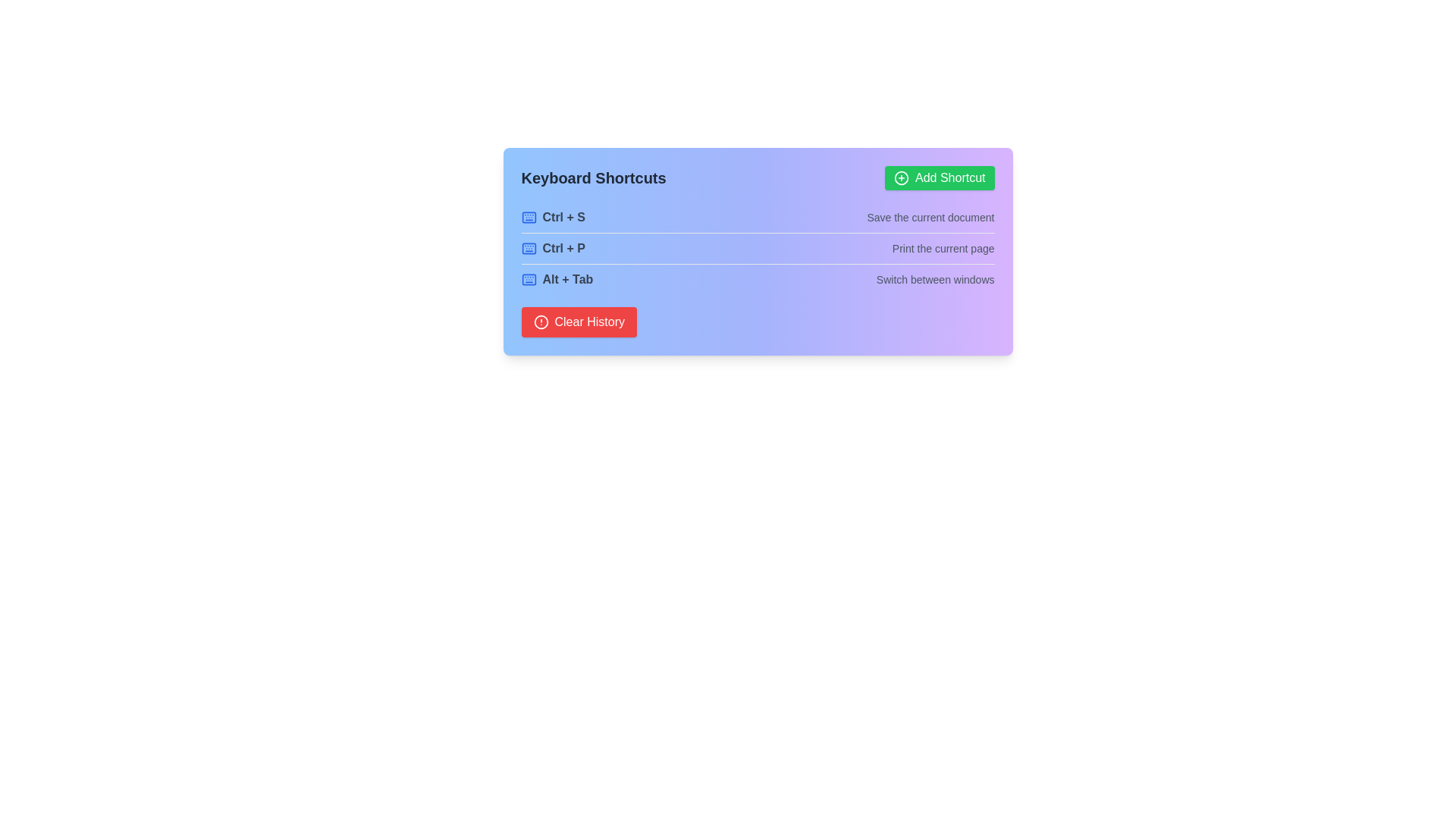  Describe the element at coordinates (902, 177) in the screenshot. I see `the circular outline within the 'Add Shortcut' icon located in the top-right section of the blue-purple gradient panel labeled 'Keyboard Shortcuts'` at that location.